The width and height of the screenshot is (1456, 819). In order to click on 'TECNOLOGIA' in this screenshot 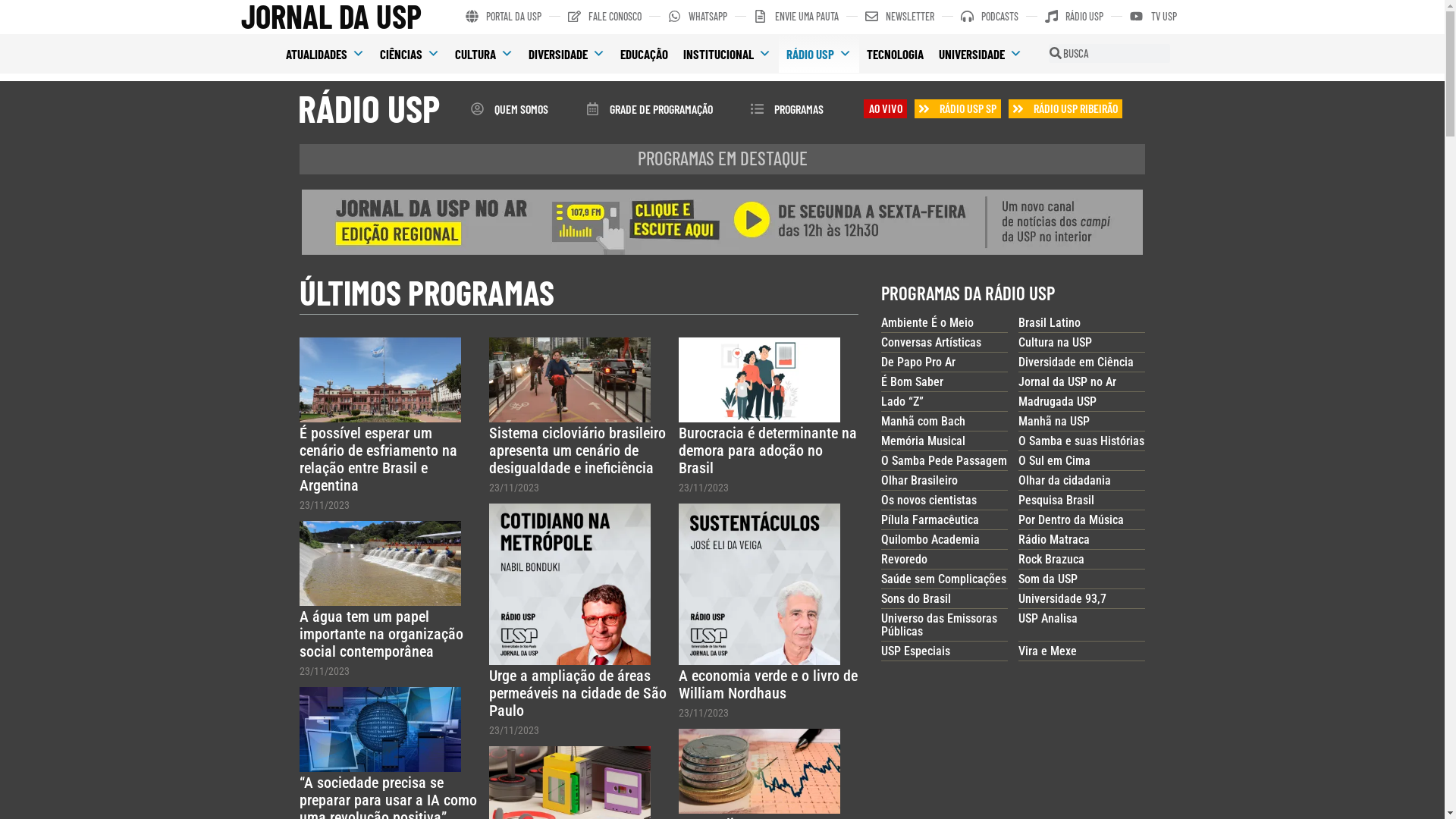, I will do `click(895, 52)`.